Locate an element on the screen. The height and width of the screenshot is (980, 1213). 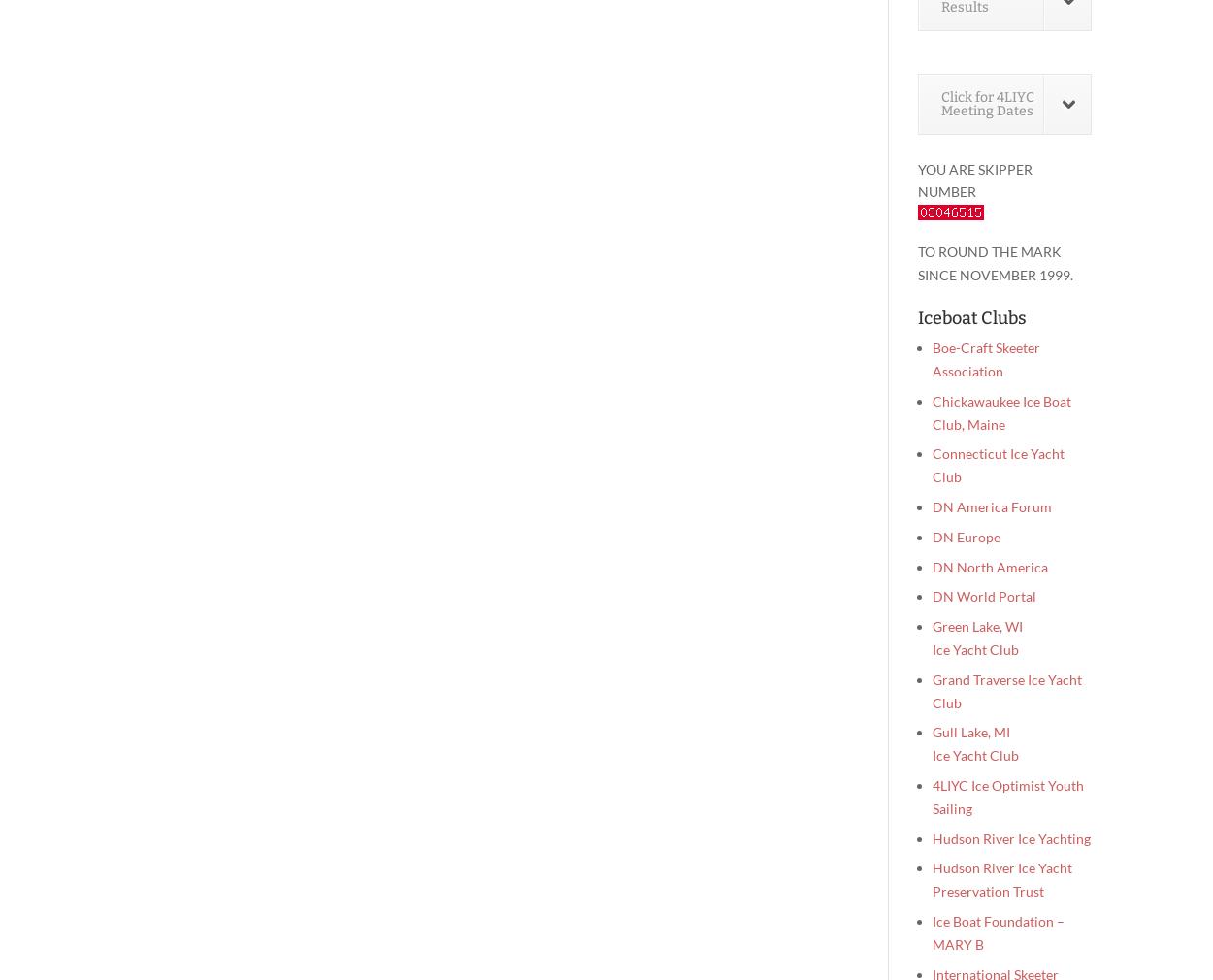
'DN America Forum' is located at coordinates (992, 506).